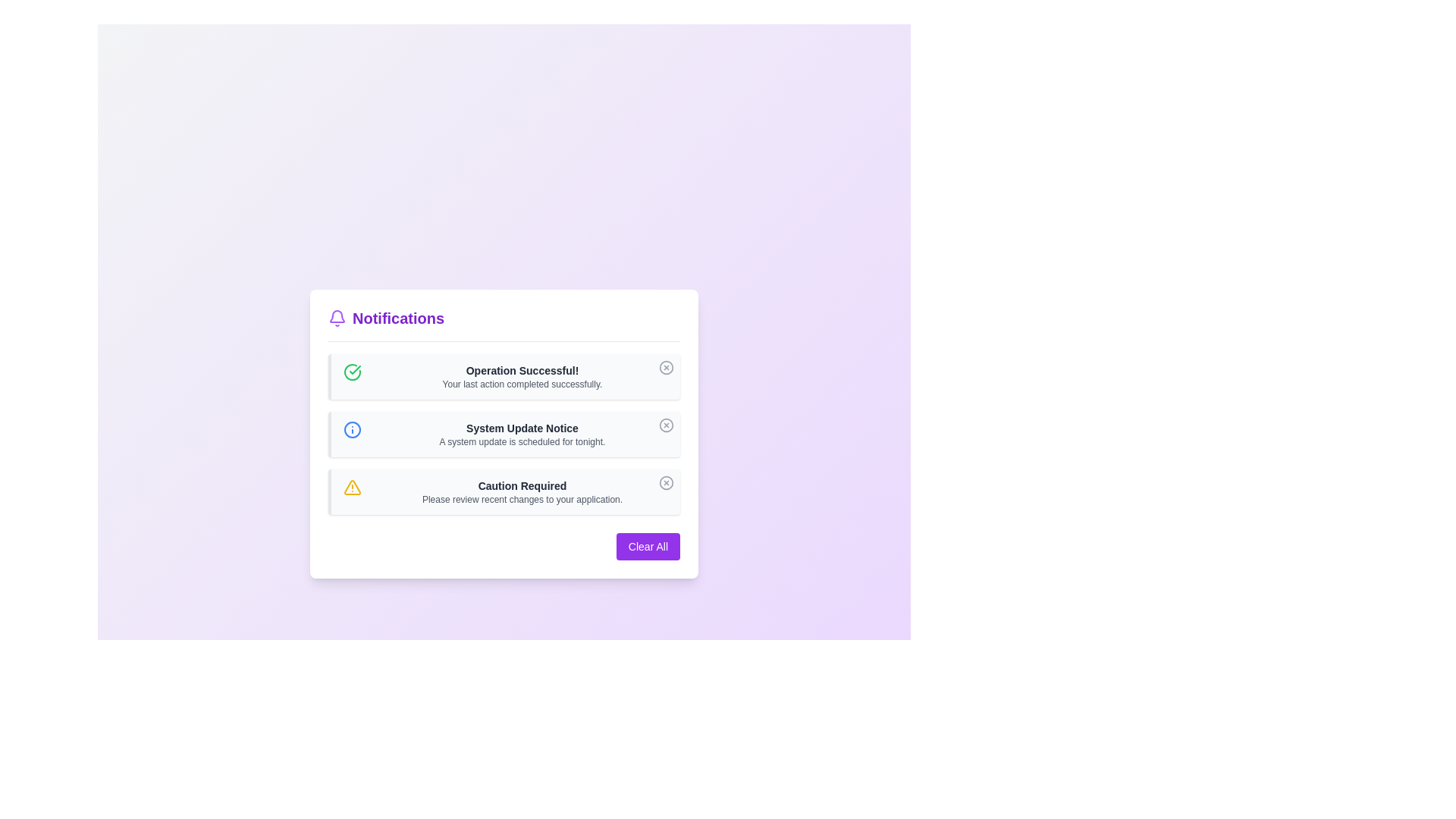 The image size is (1456, 819). Describe the element at coordinates (352, 371) in the screenshot. I see `the confirmation marker icon located in the top-left corner of the notification panel for the 'Operation Successful!' notification` at that location.